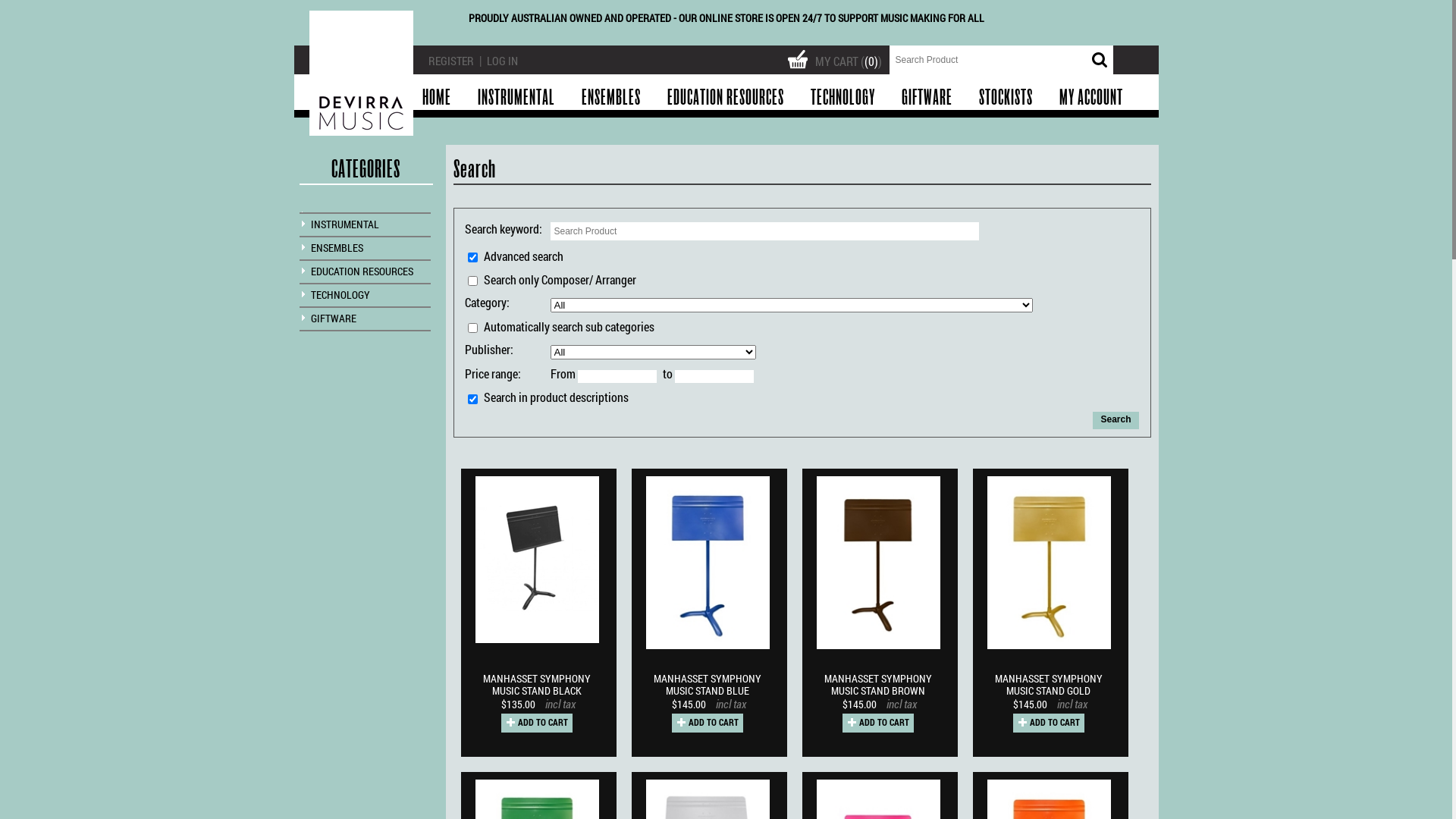 This screenshot has width=1456, height=819. What do you see at coordinates (709, 686) in the screenshot?
I see `'MANHASSET SYMPHONY MUSIC STAND BLUE'` at bounding box center [709, 686].